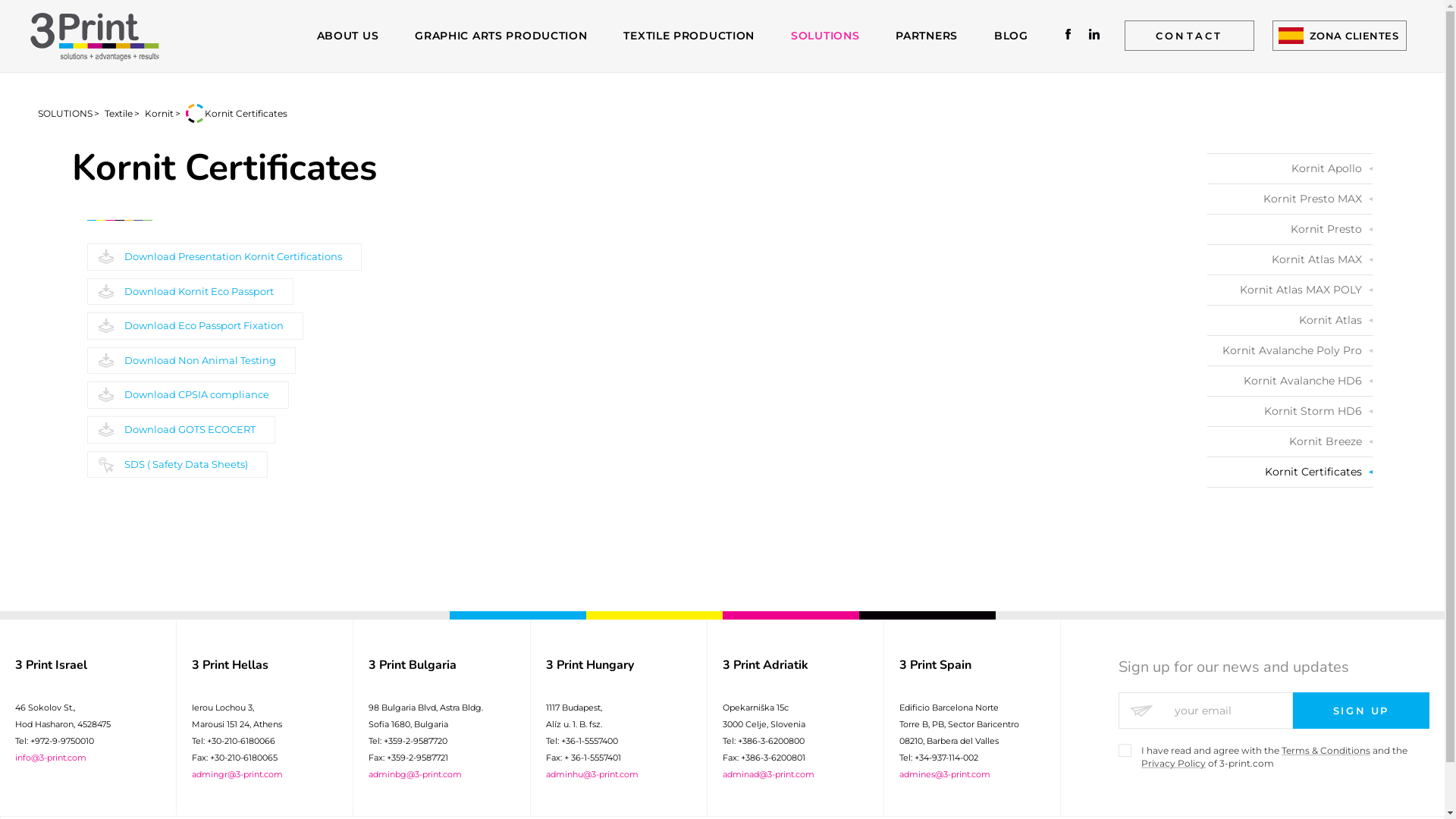 The image size is (1456, 819). Describe the element at coordinates (93, 35) in the screenshot. I see `'3 Print - solutions advantages results'` at that location.